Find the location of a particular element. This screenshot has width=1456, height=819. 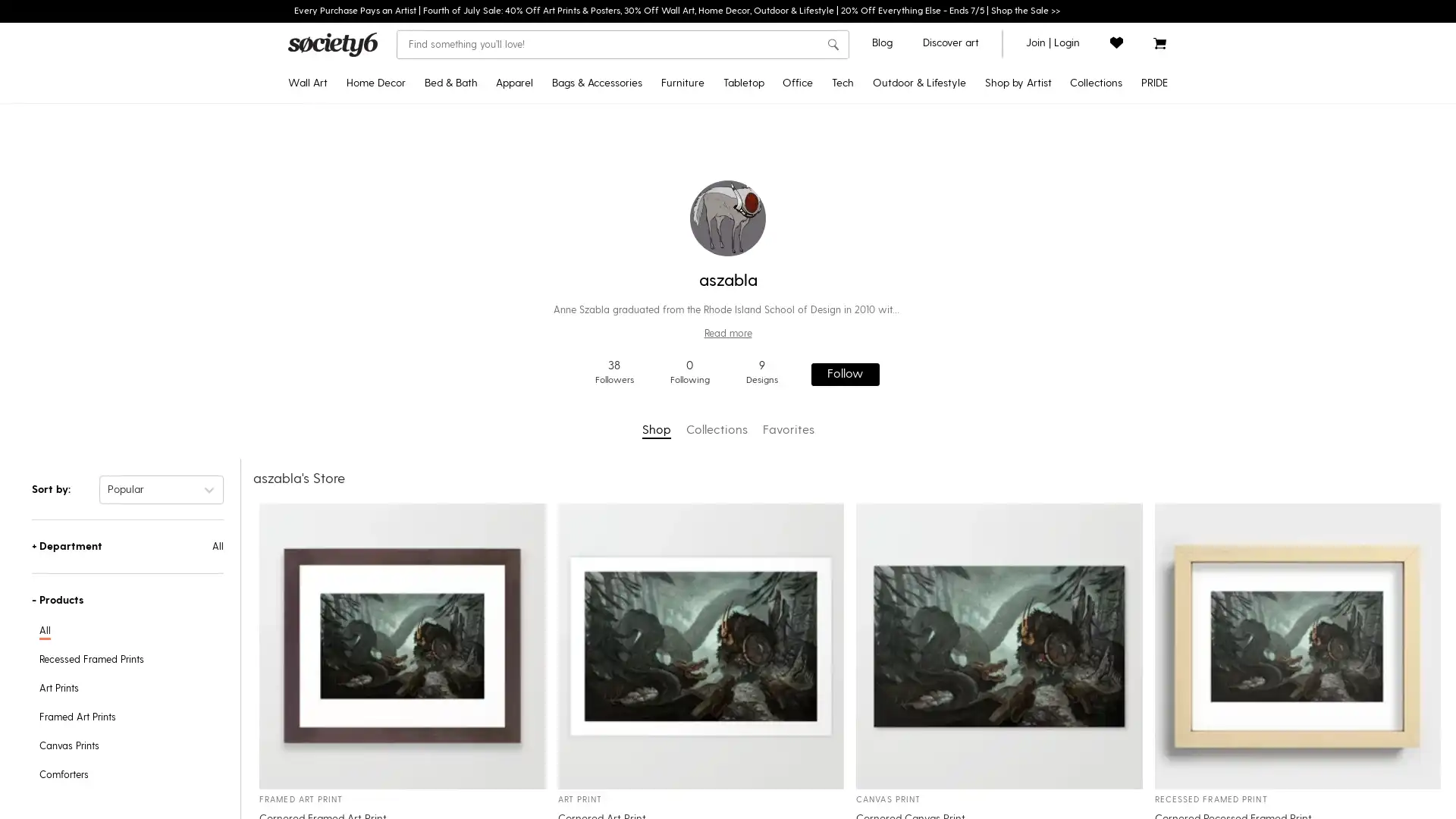

Laptop Sleeves is located at coordinates (896, 315).